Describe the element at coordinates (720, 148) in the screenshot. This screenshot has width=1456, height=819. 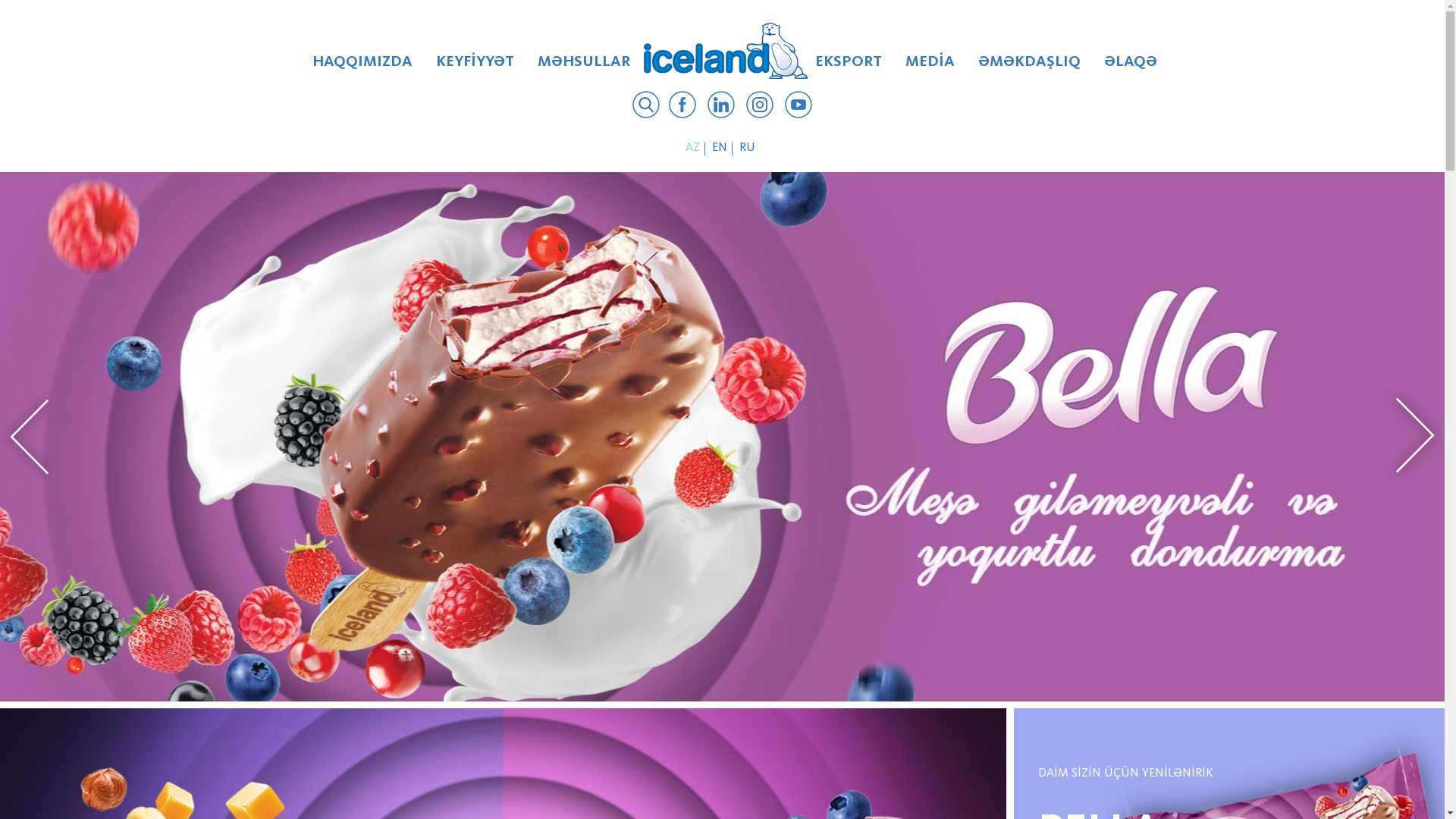
I see `'EN'` at that location.